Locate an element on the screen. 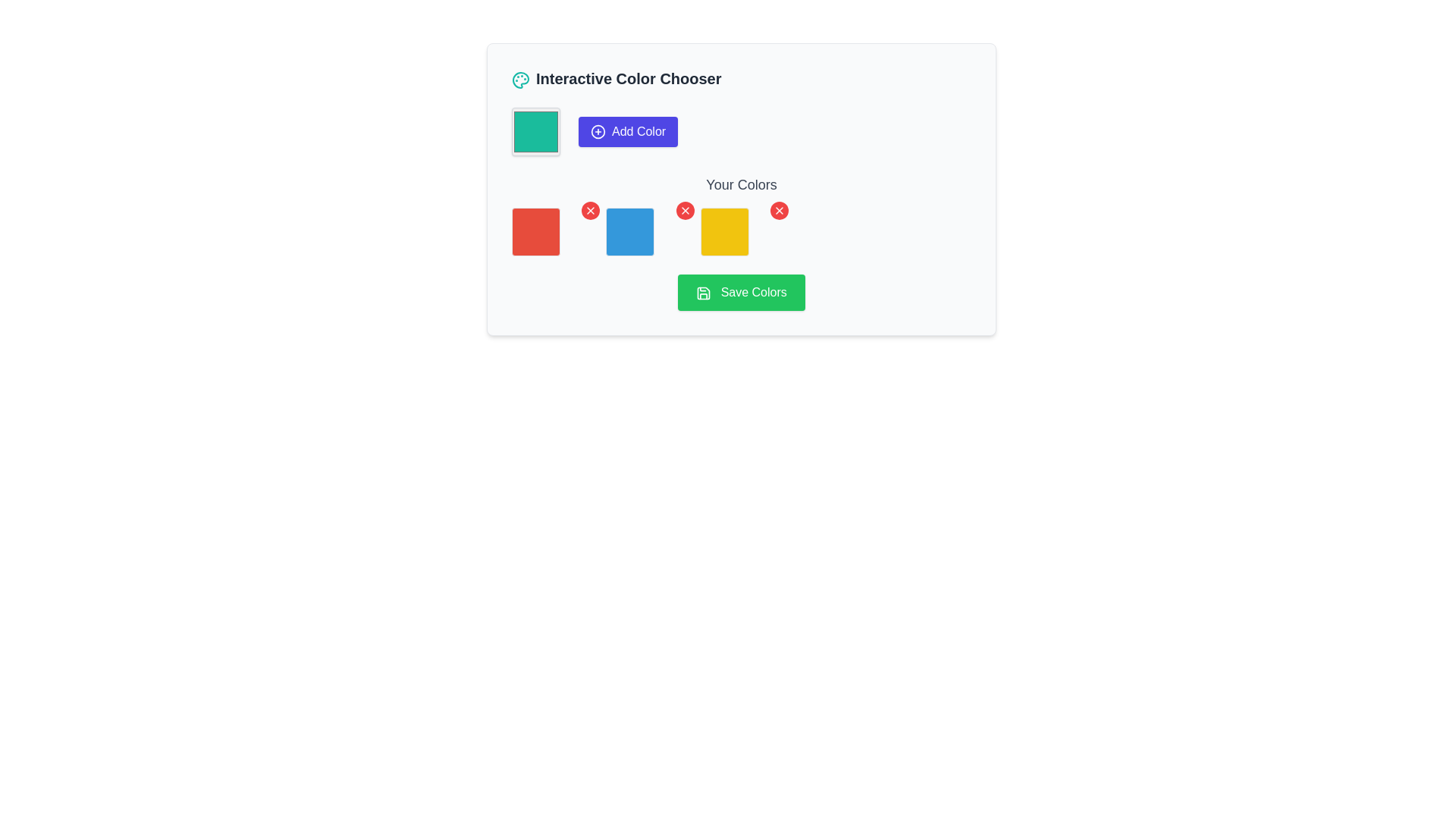  the SVG circle element that is part of the 'circle plus' icon, located to the left of the 'Add Color' button is located at coordinates (597, 130).